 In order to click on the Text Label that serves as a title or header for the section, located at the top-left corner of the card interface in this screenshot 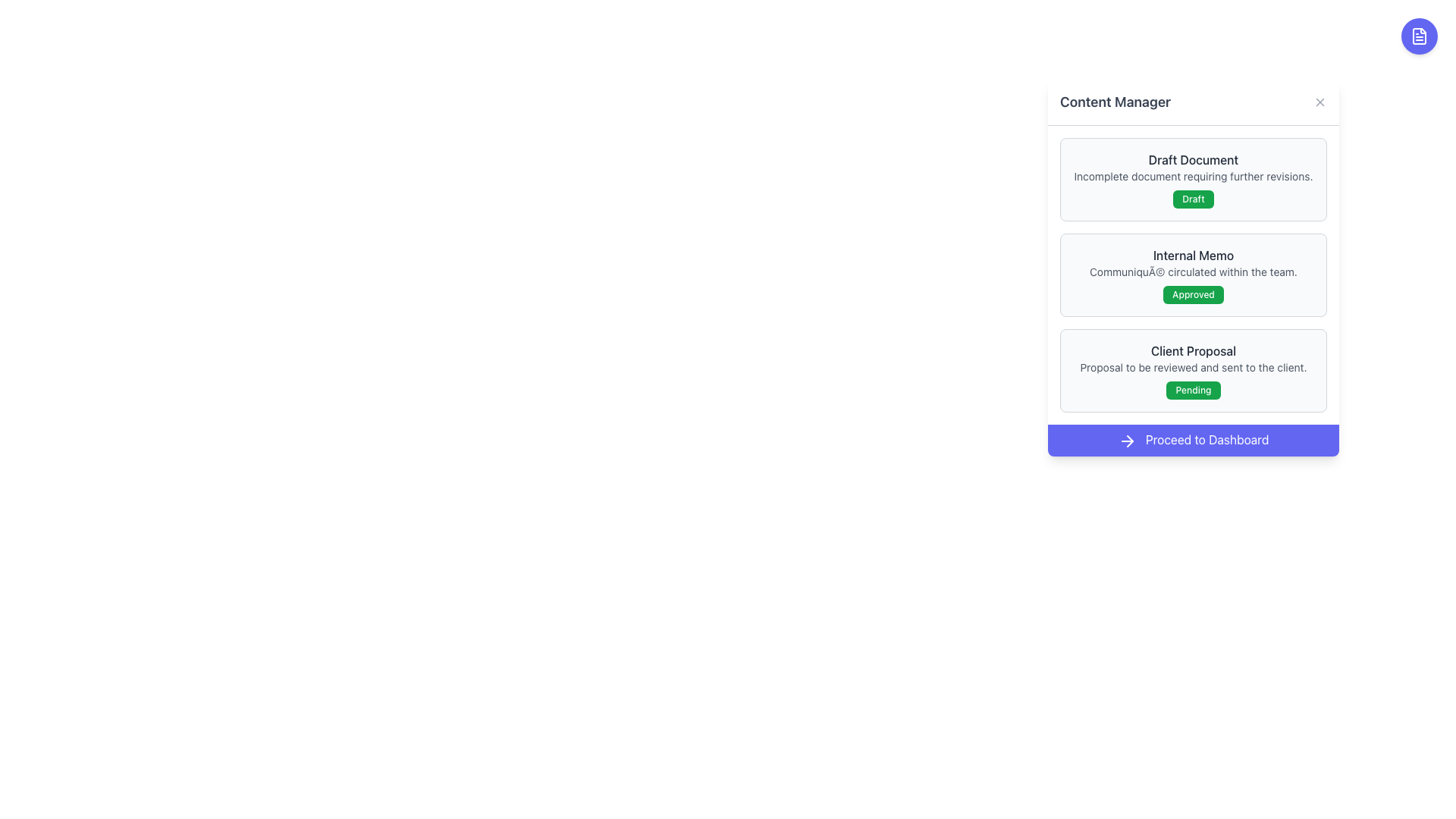, I will do `click(1116, 102)`.